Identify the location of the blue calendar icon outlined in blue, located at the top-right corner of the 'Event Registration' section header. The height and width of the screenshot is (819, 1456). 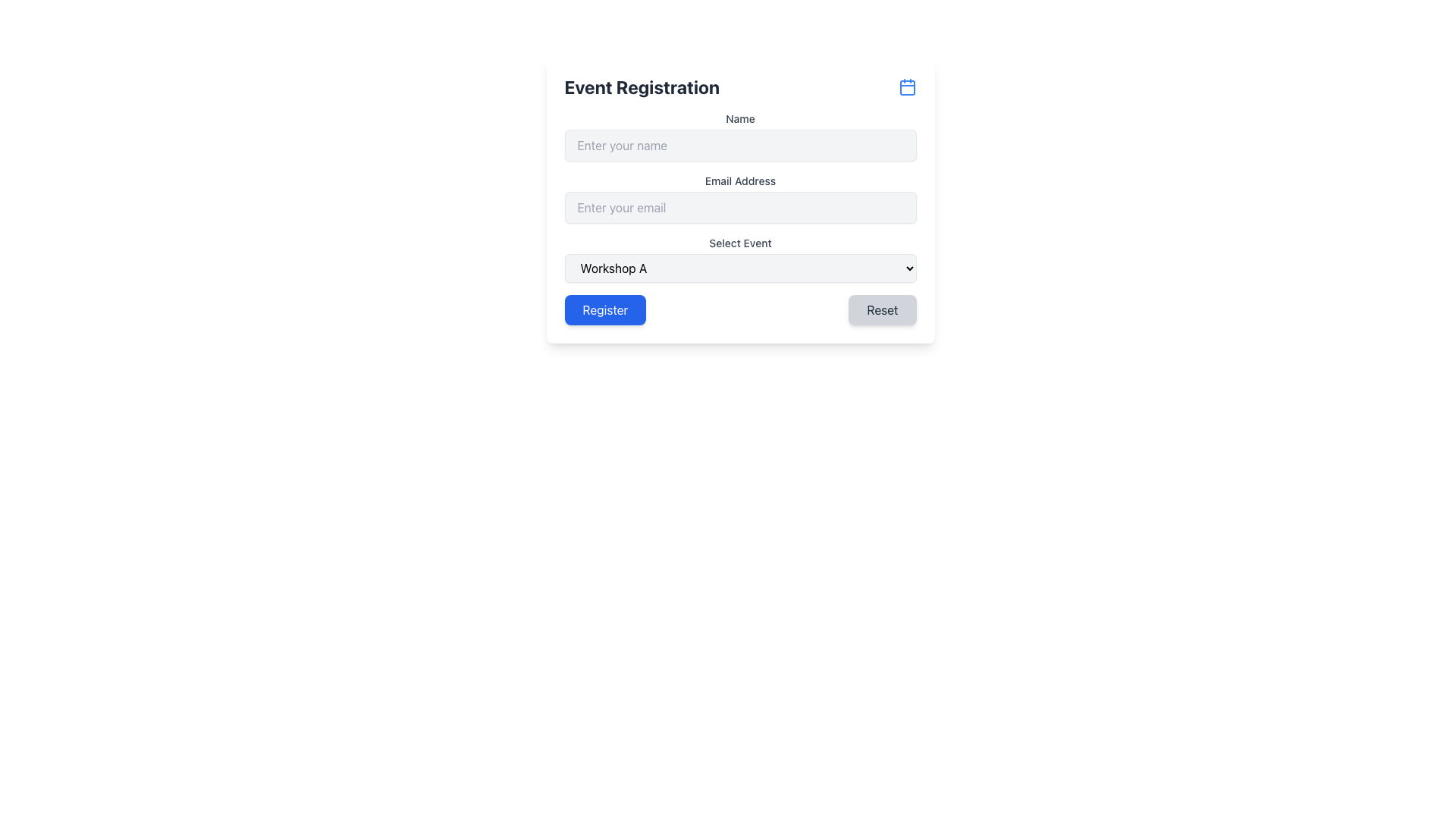
(907, 87).